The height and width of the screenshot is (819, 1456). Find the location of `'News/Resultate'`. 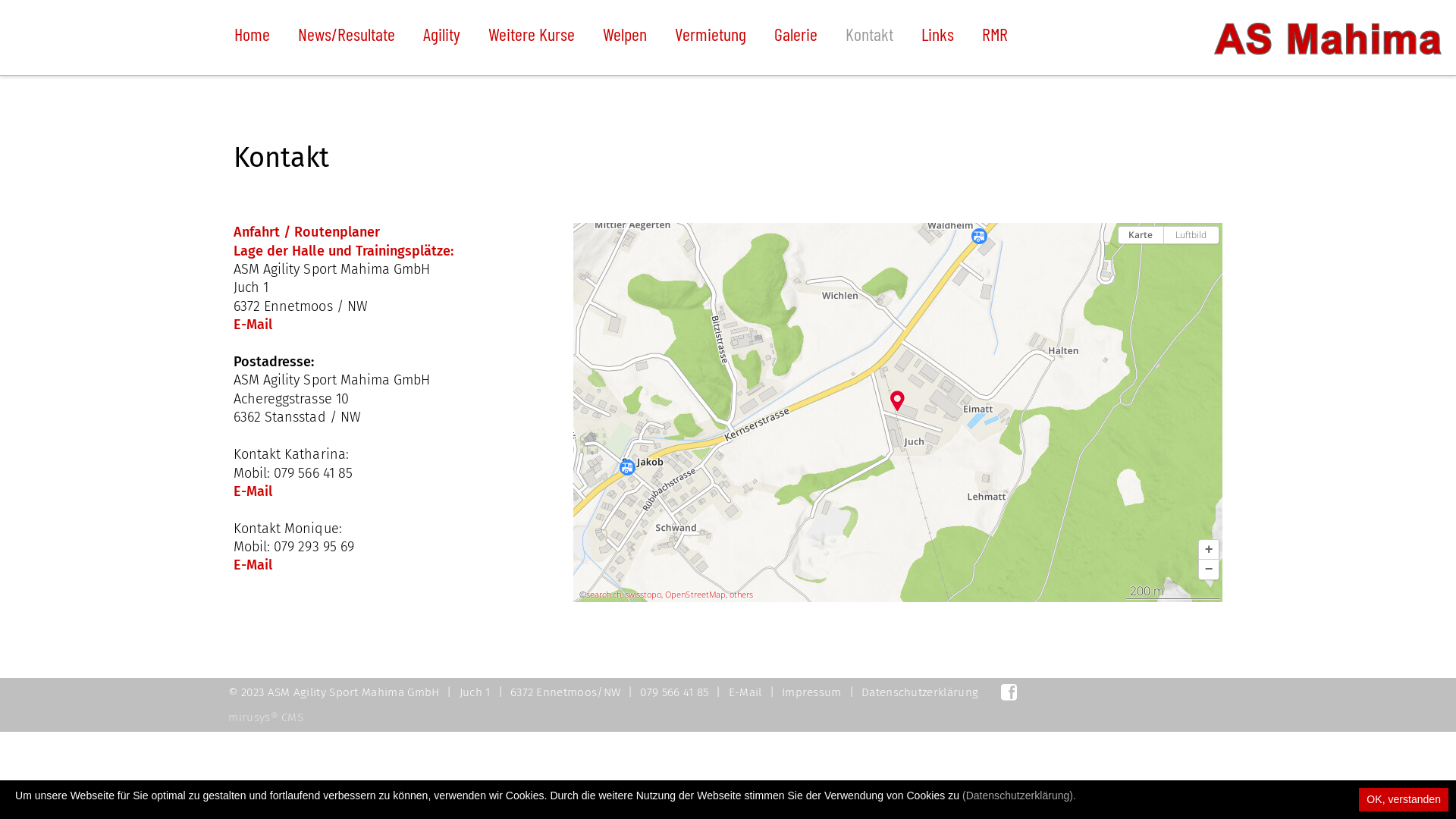

'News/Resultate' is located at coordinates (345, 37).